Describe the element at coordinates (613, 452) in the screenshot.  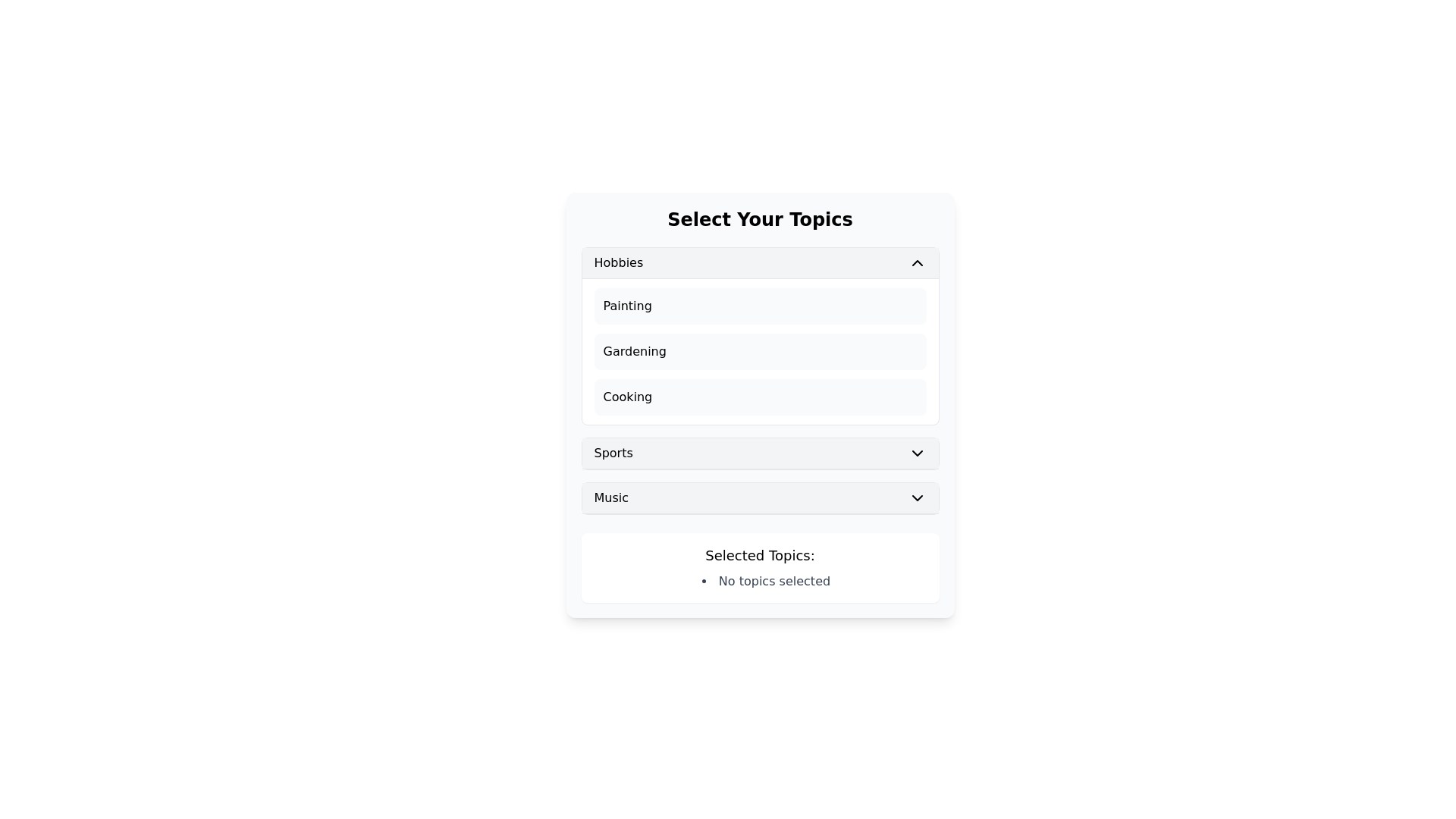
I see `the text content of the 'Sports' text label, which is bold black against a light gray background, located under the 'Hobbies' section in the 'Select Your Topics' menu` at that location.